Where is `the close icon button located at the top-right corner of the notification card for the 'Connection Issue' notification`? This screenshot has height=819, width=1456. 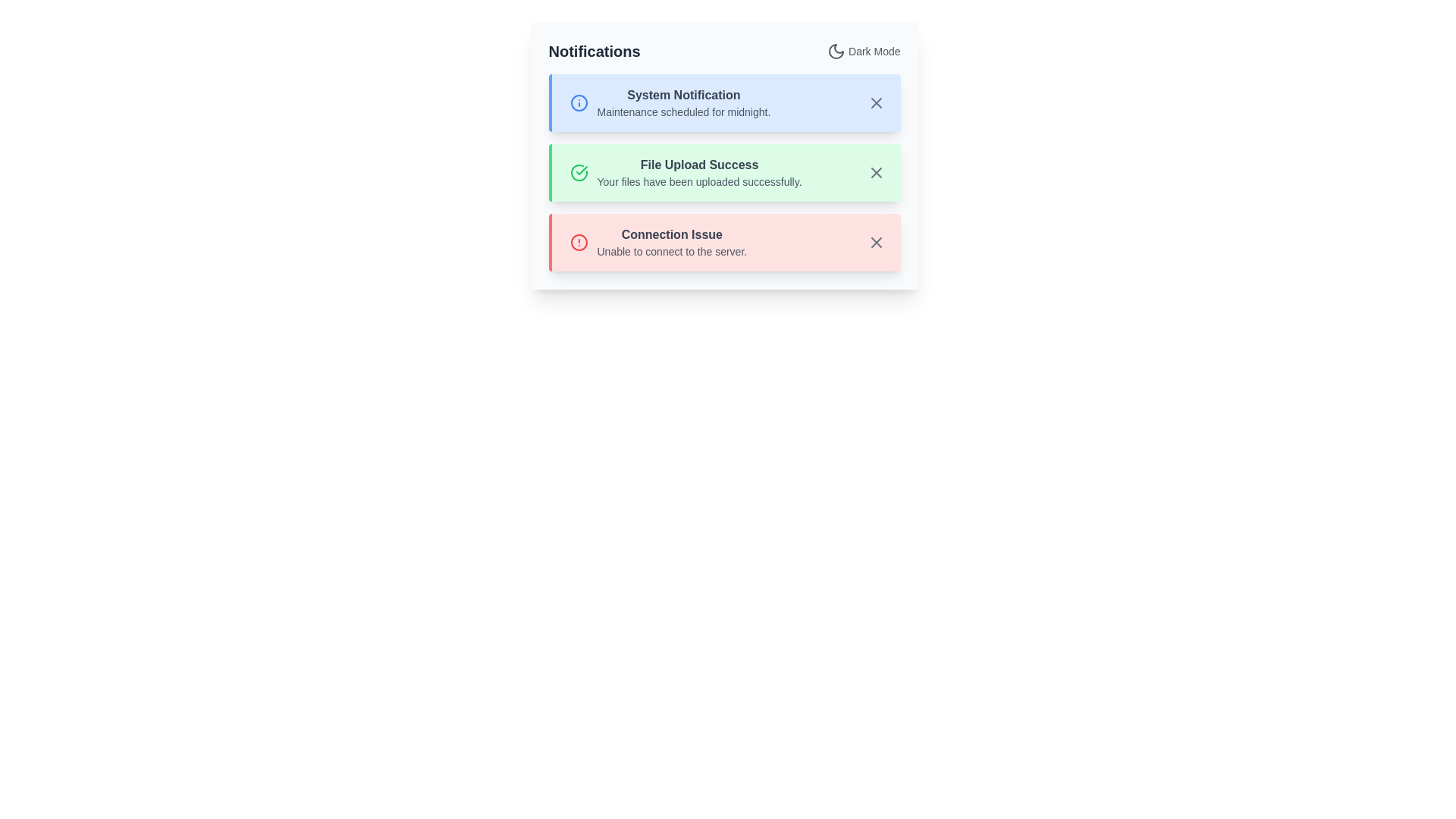
the close icon button located at the top-right corner of the notification card for the 'Connection Issue' notification is located at coordinates (876, 242).